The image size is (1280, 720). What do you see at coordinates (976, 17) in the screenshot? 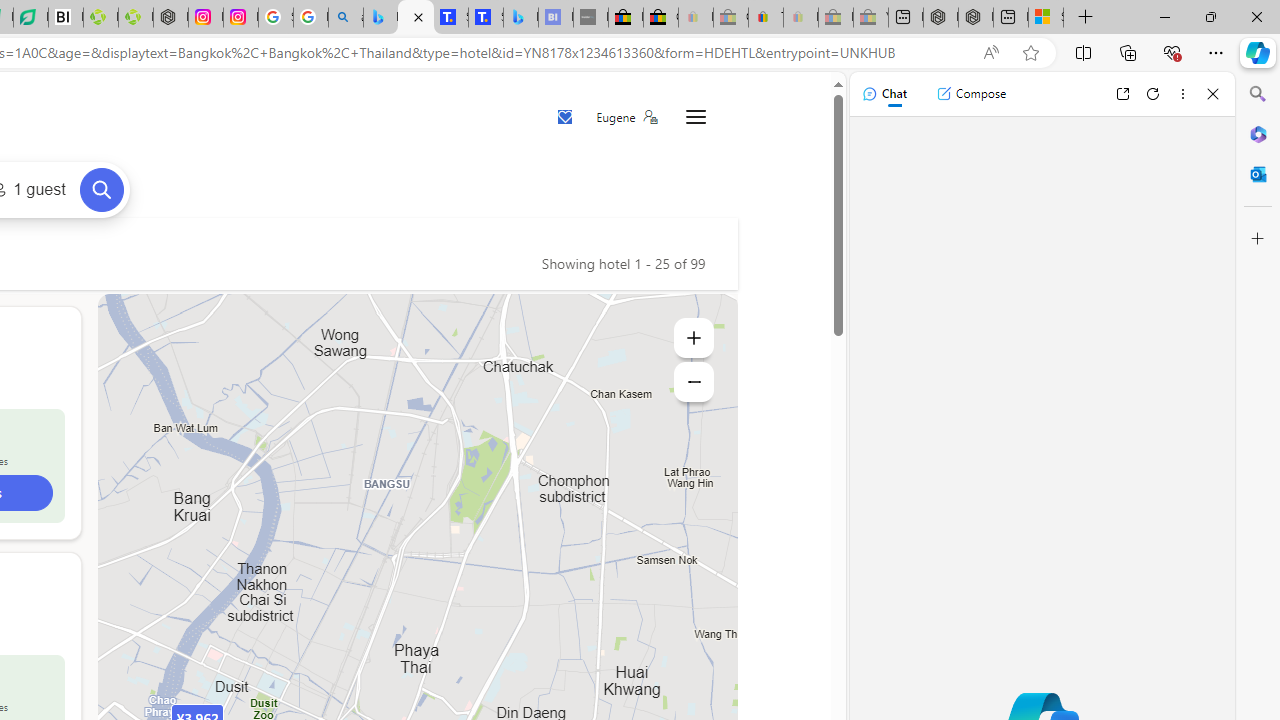
I see `'Nordace - Summer Adventures 2024'` at bounding box center [976, 17].